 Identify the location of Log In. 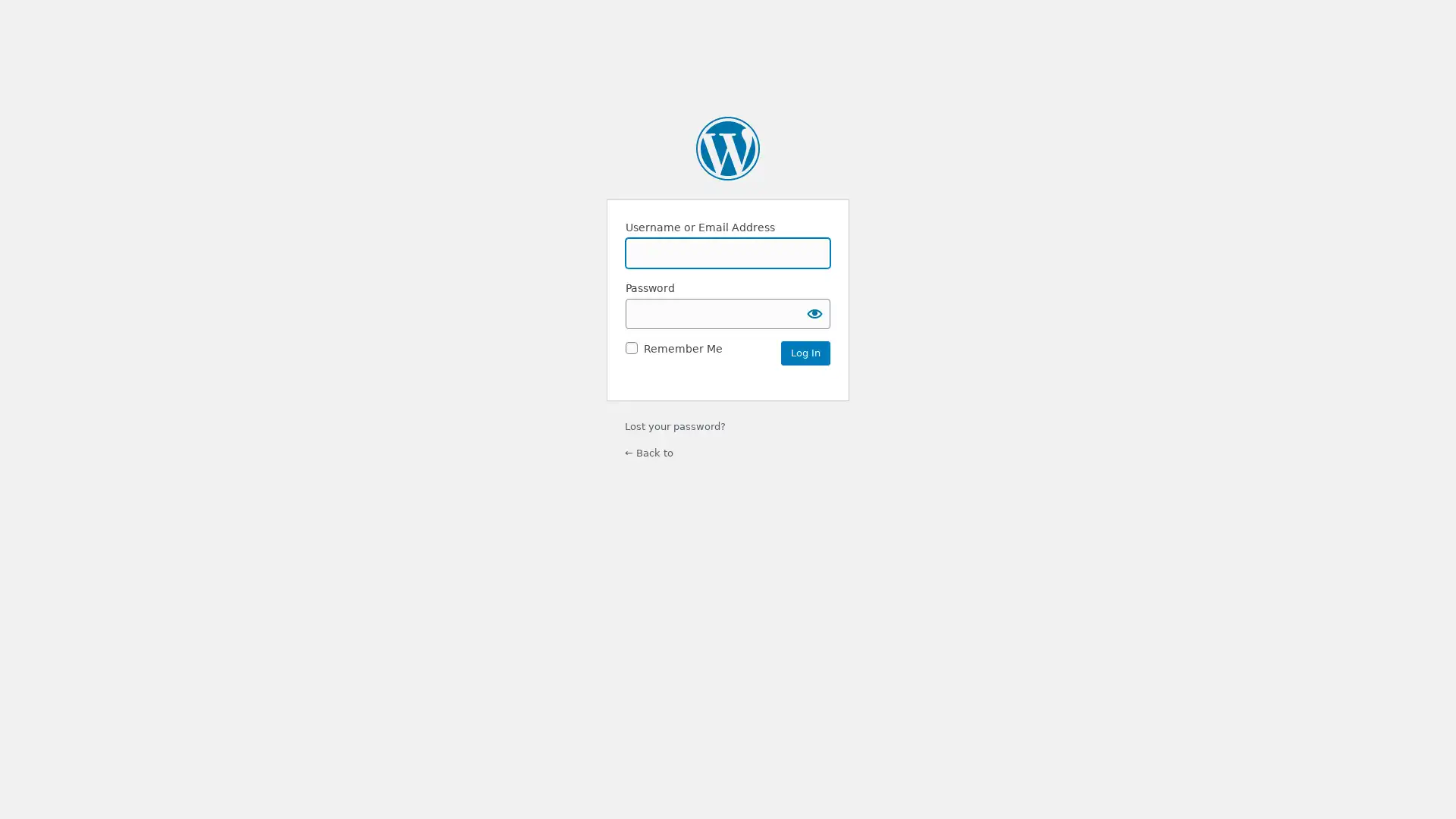
(805, 353).